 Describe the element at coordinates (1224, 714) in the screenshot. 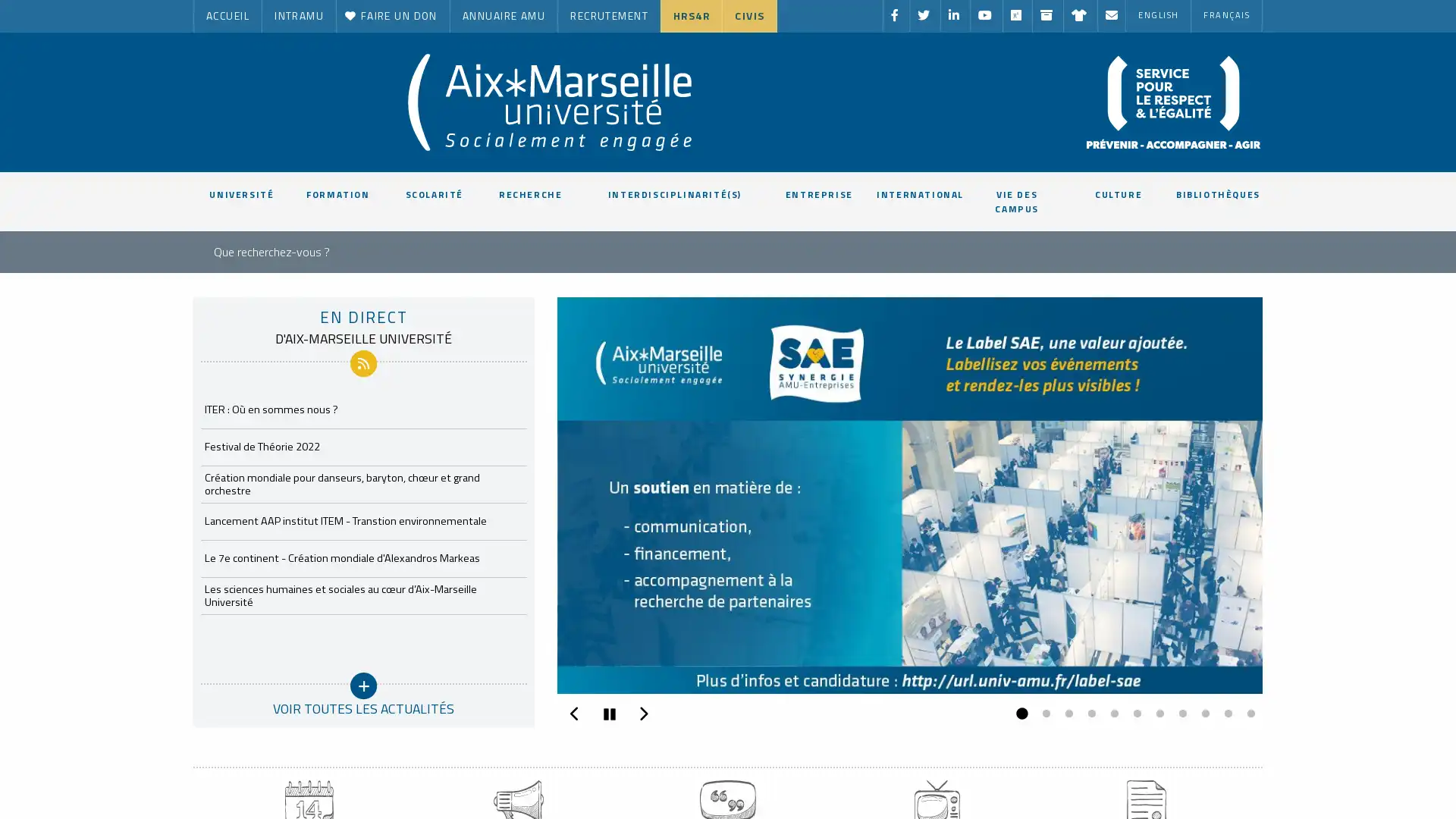

I see `Go to slide 10` at that location.